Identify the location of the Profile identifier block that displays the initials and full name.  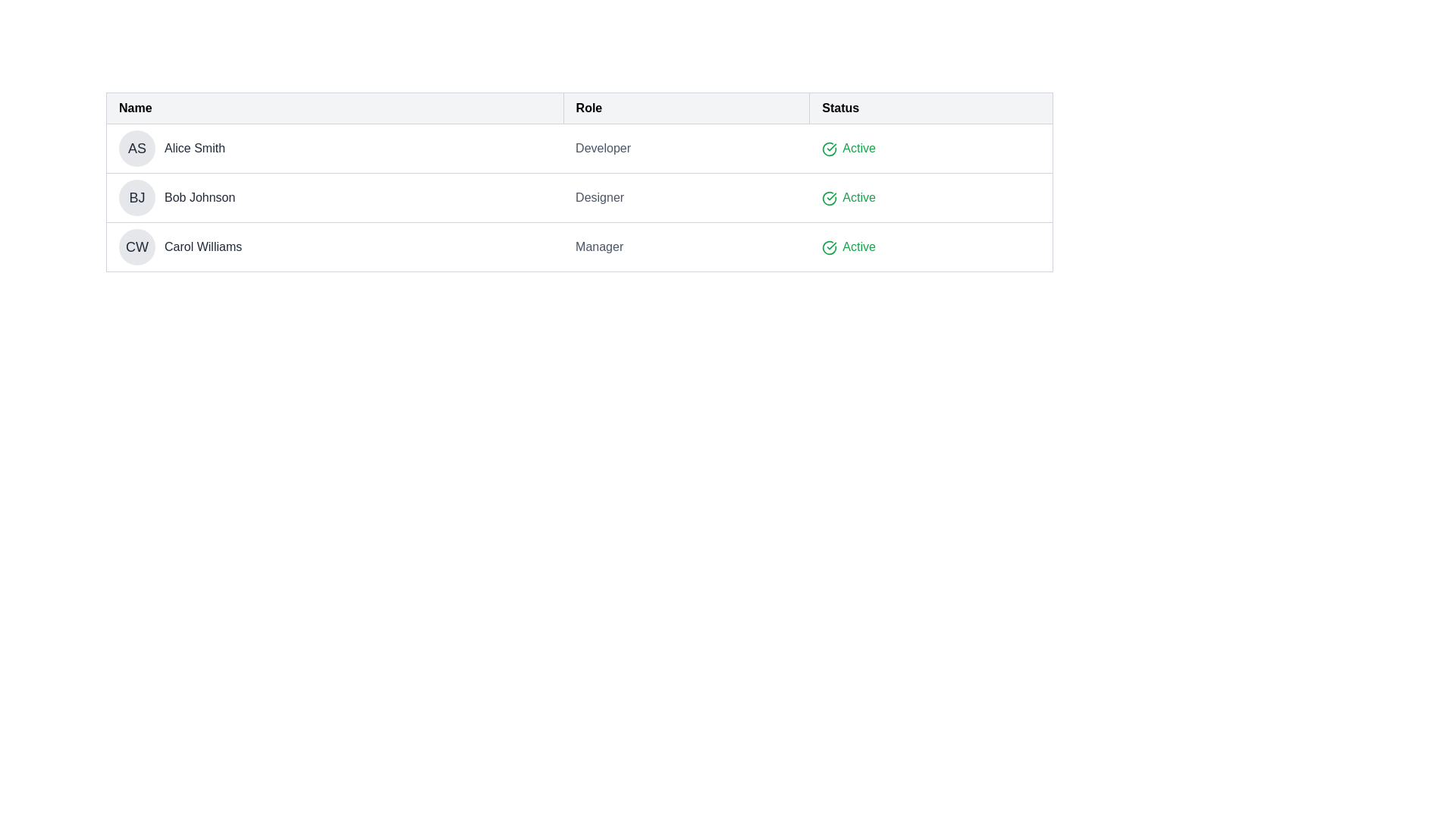
(334, 246).